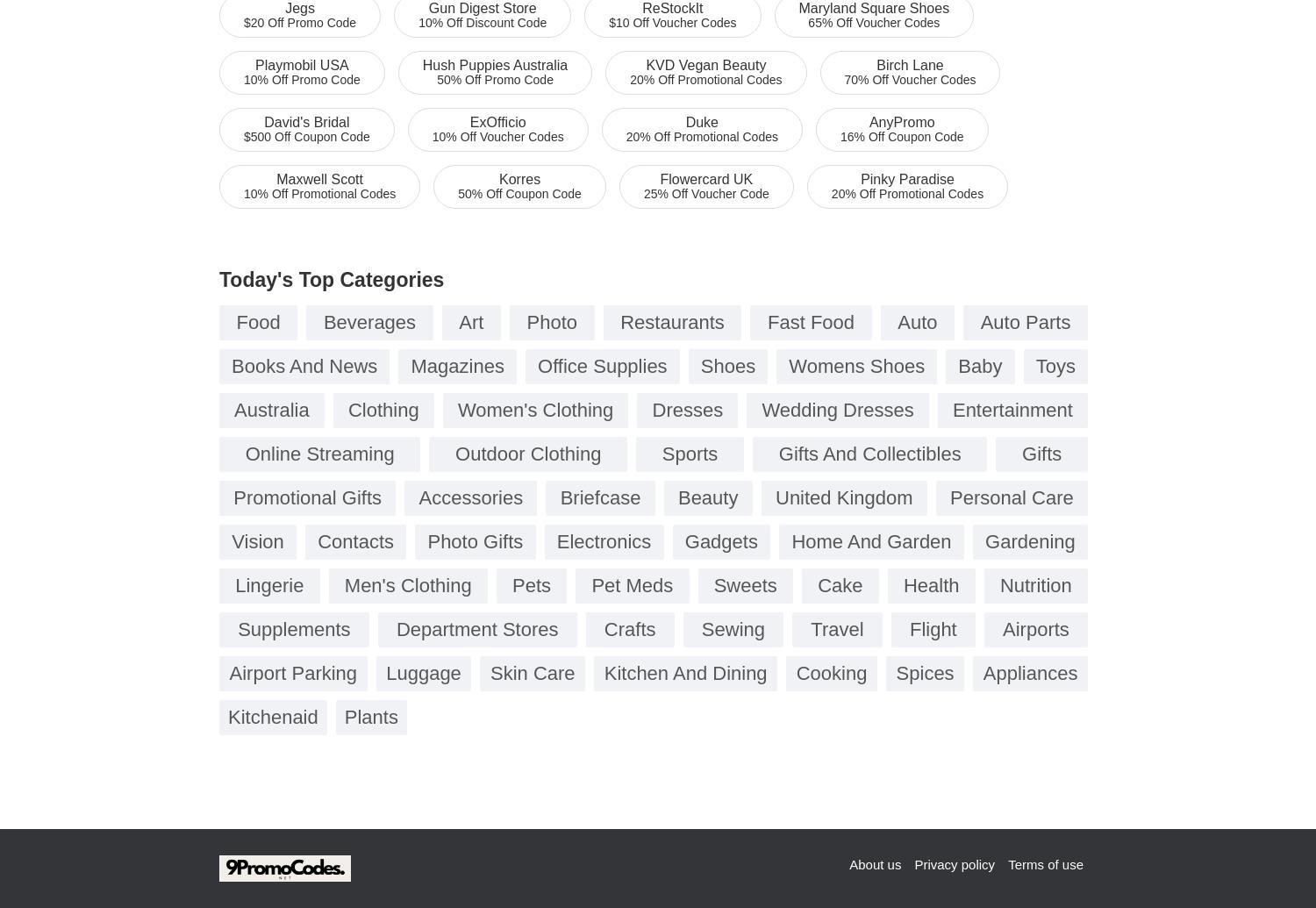  Describe the element at coordinates (848, 863) in the screenshot. I see `'About us'` at that location.